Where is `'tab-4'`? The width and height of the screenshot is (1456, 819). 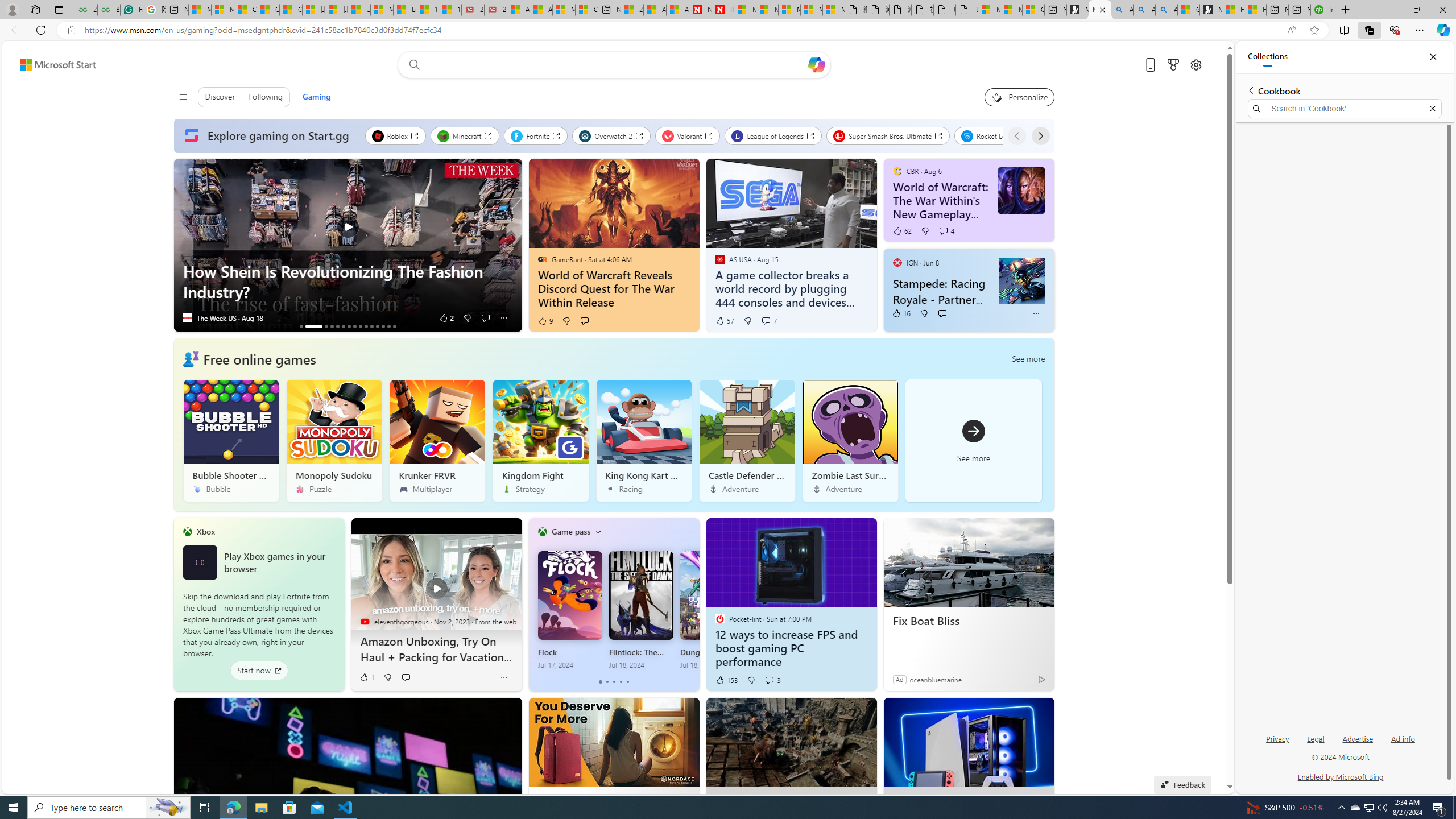
'tab-4' is located at coordinates (628, 681).